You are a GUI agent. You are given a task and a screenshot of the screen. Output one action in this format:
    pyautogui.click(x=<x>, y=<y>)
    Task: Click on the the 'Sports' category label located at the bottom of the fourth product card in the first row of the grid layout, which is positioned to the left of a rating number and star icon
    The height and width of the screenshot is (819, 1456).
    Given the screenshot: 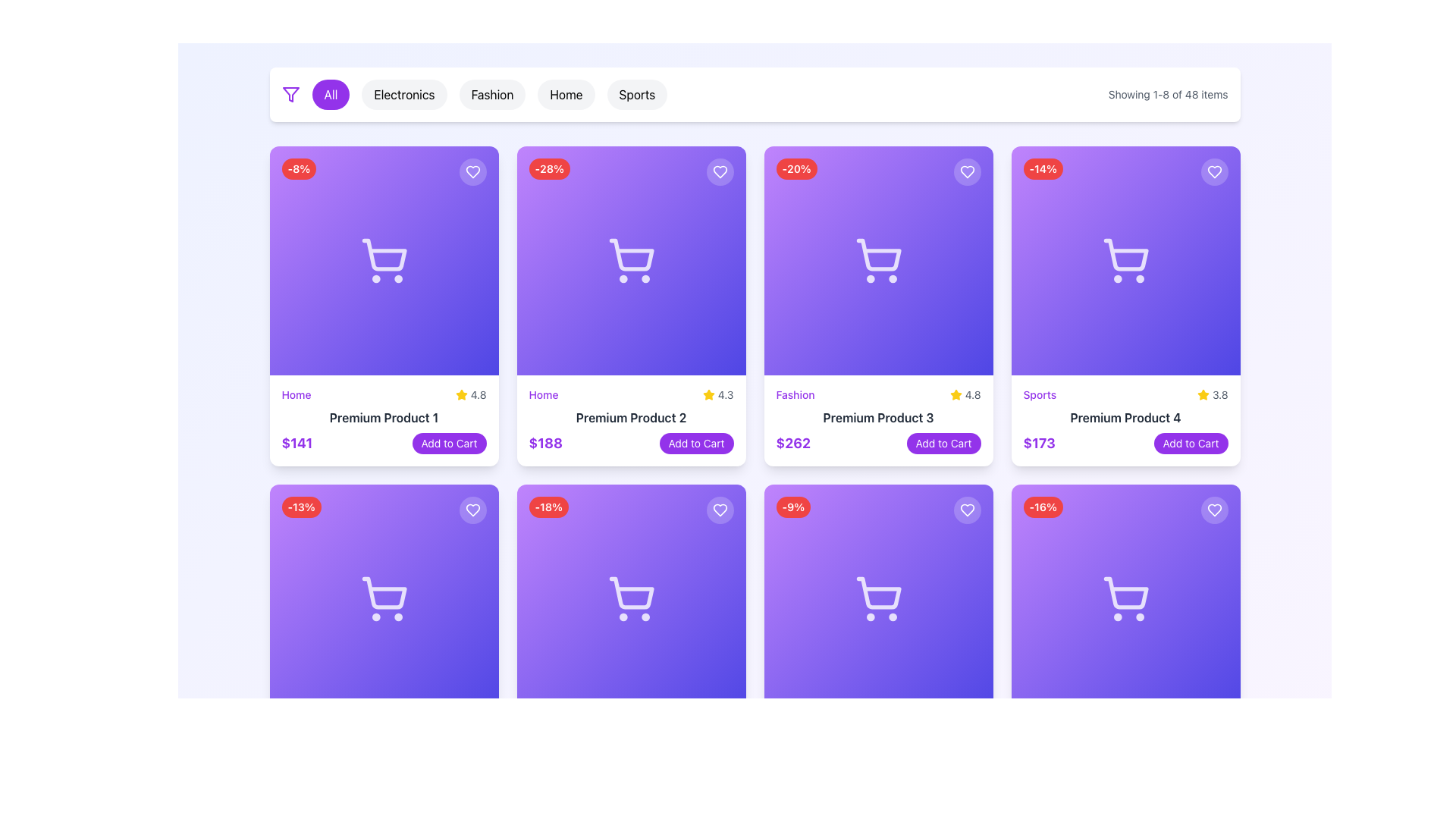 What is the action you would take?
    pyautogui.click(x=1039, y=394)
    